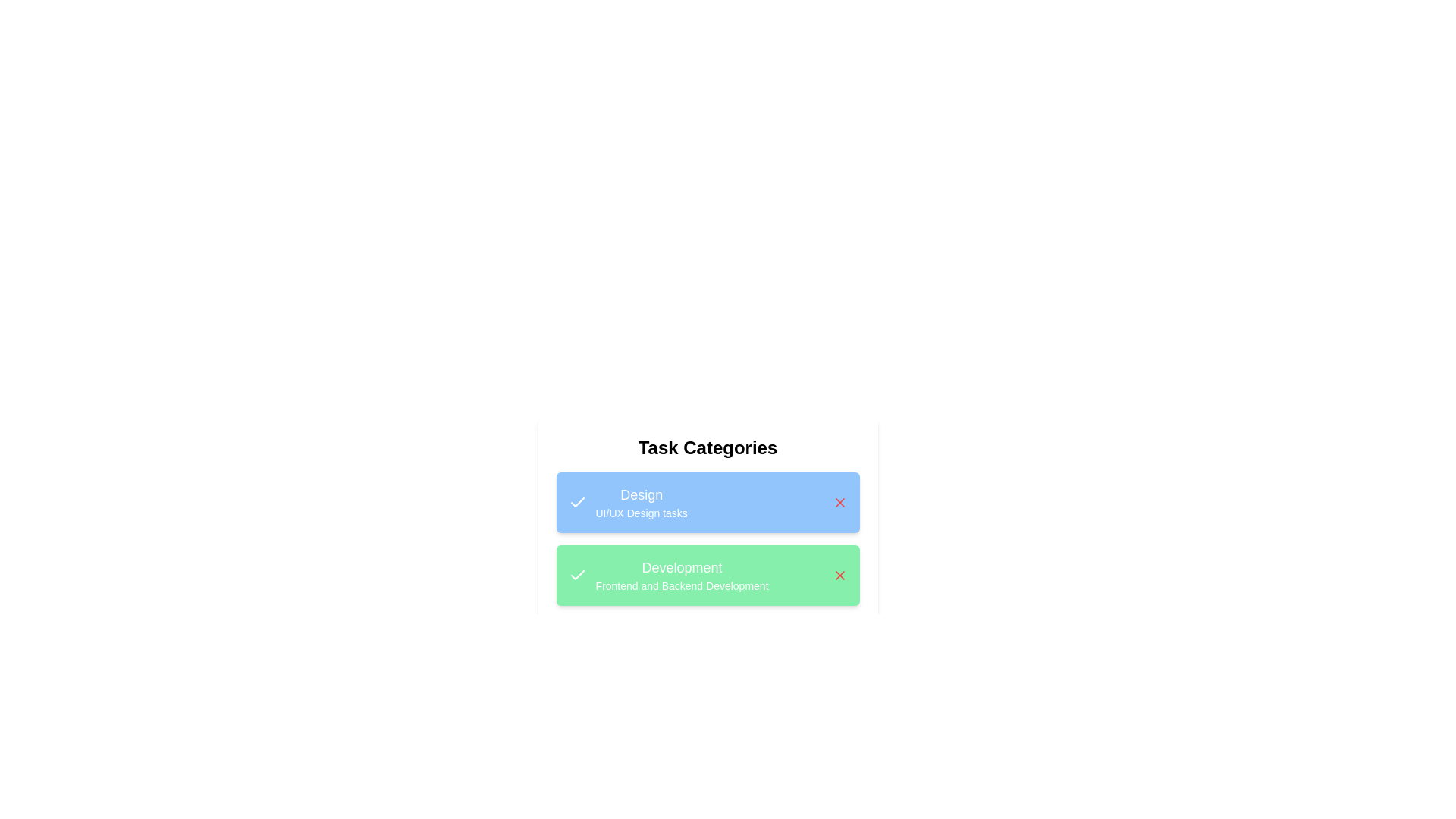 Image resolution: width=1456 pixels, height=819 pixels. What do you see at coordinates (576, 503) in the screenshot?
I see `the task category's icon to trigger additional interactions` at bounding box center [576, 503].